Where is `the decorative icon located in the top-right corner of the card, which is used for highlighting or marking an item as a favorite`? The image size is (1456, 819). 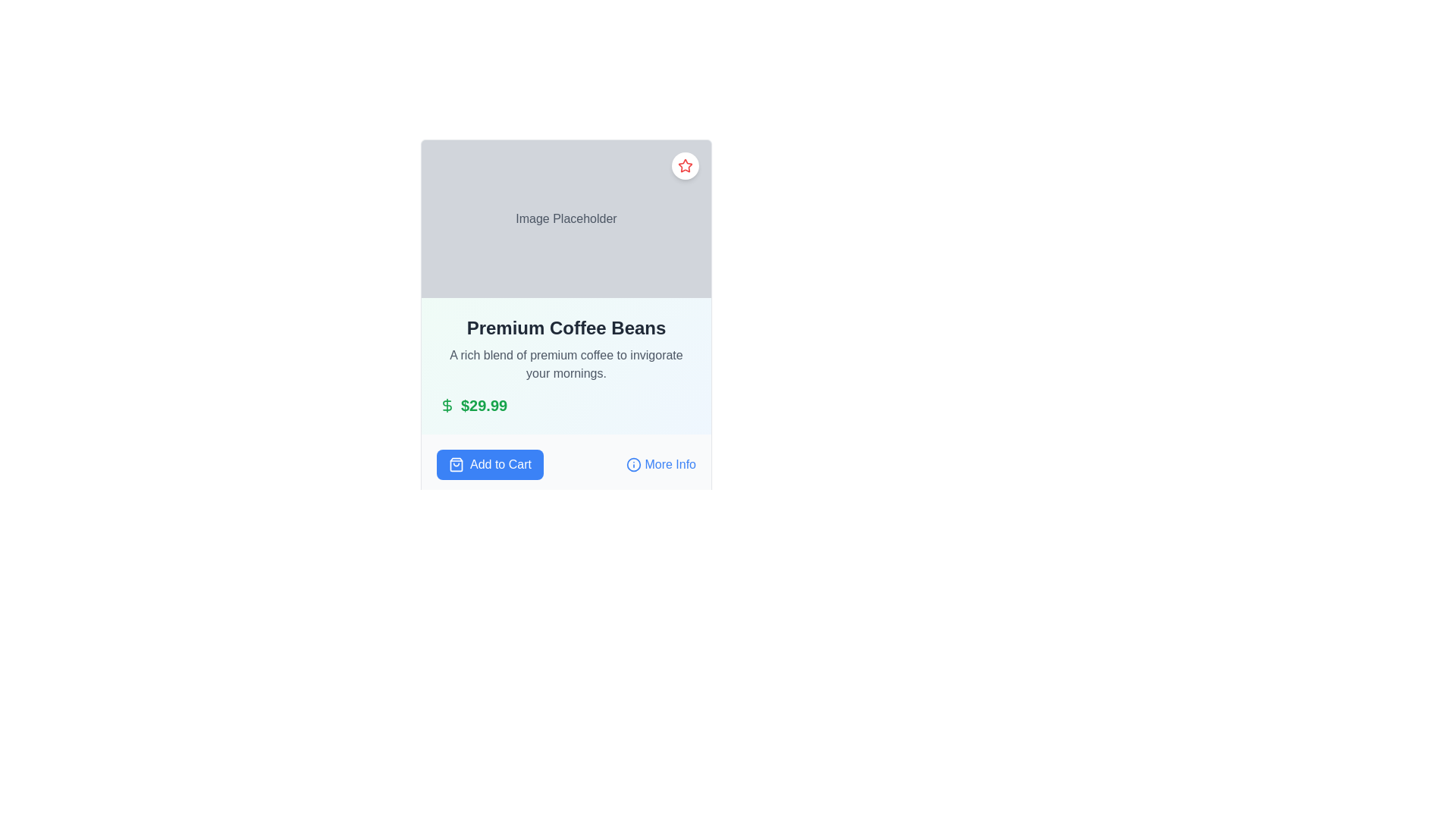 the decorative icon located in the top-right corner of the card, which is used for highlighting or marking an item as a favorite is located at coordinates (684, 166).